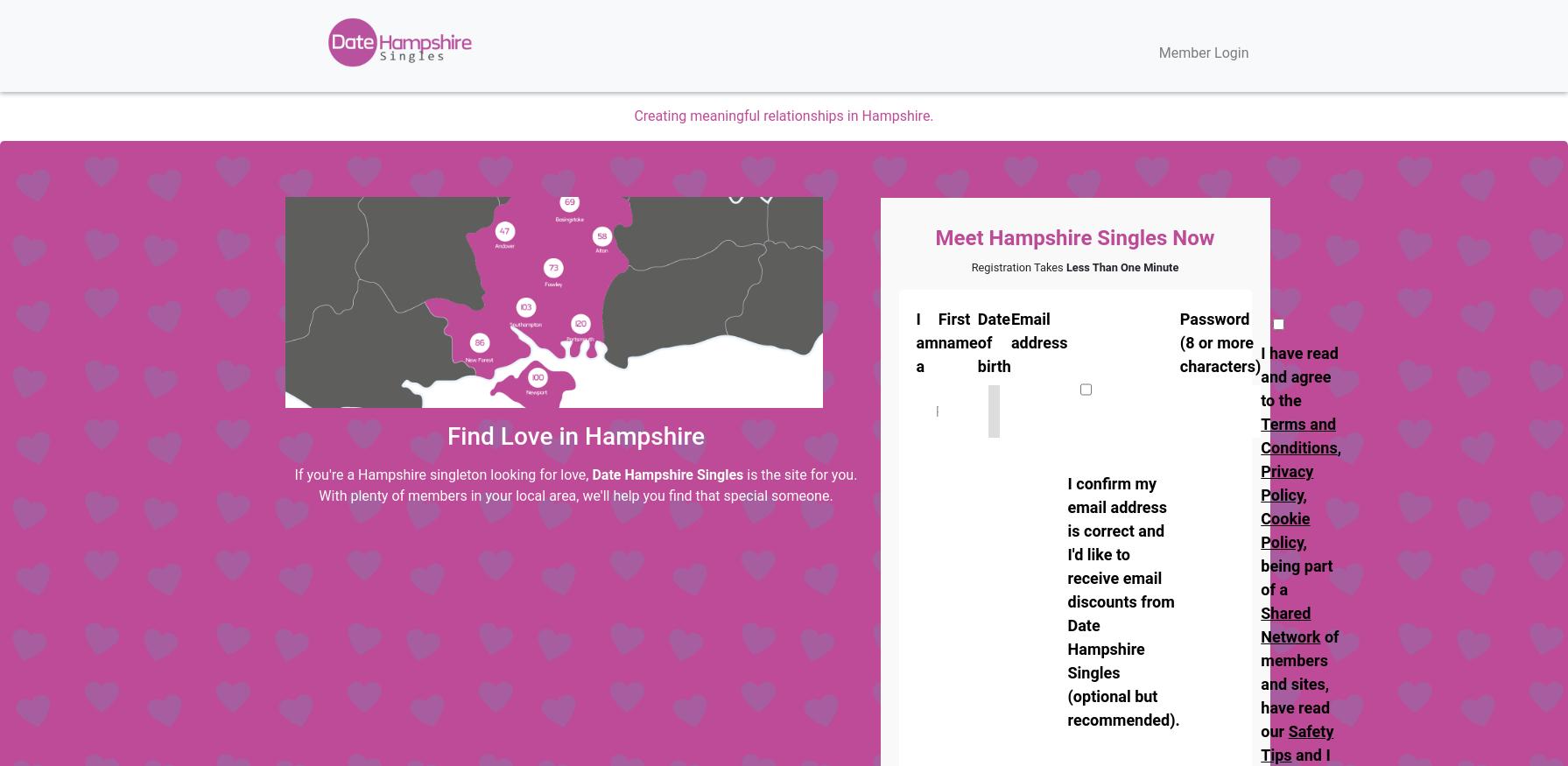 This screenshot has width=1568, height=766. I want to click on 'Safety Tips', so click(1296, 743).